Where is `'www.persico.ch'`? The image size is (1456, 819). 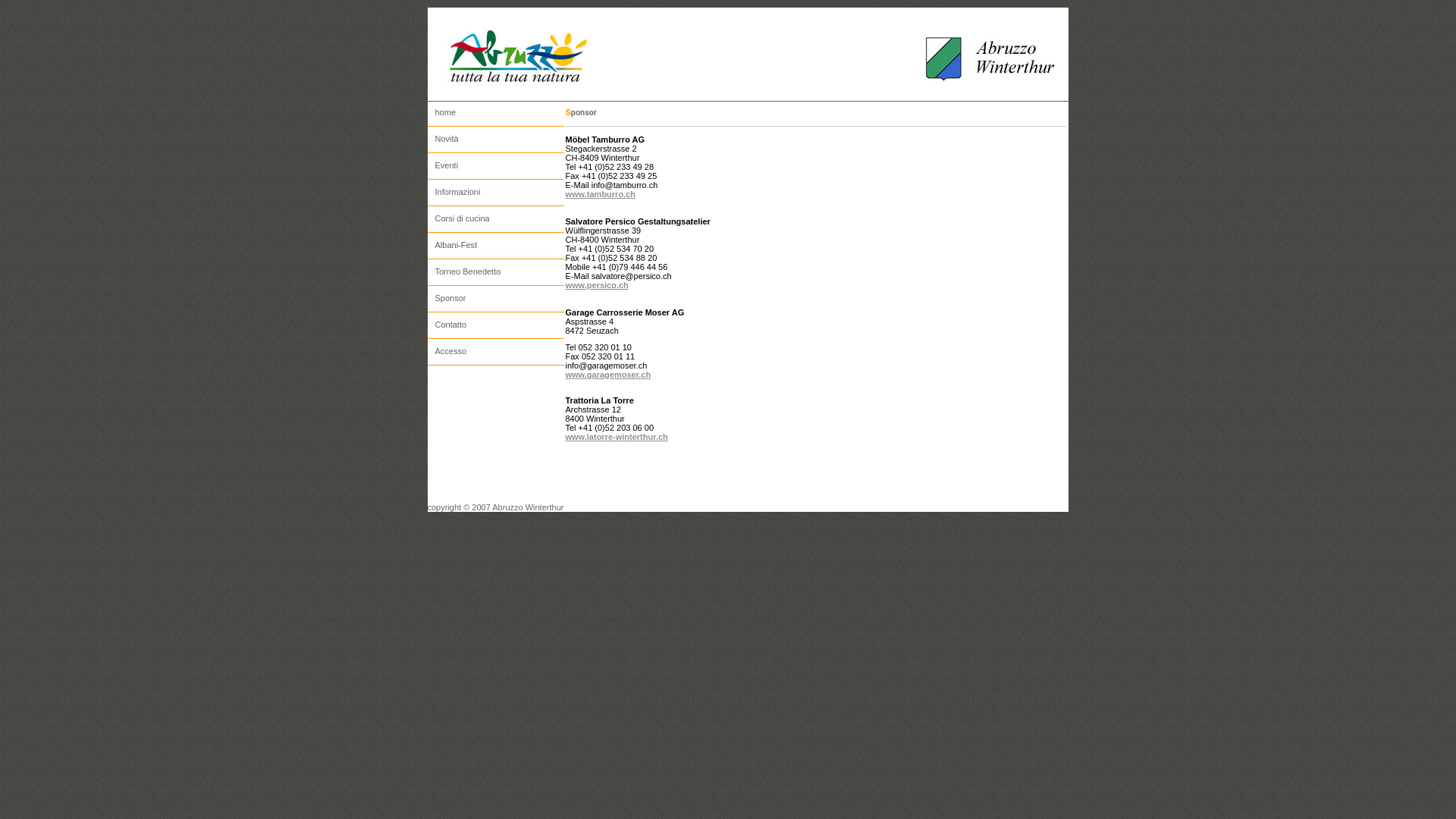 'www.persico.ch' is located at coordinates (596, 284).